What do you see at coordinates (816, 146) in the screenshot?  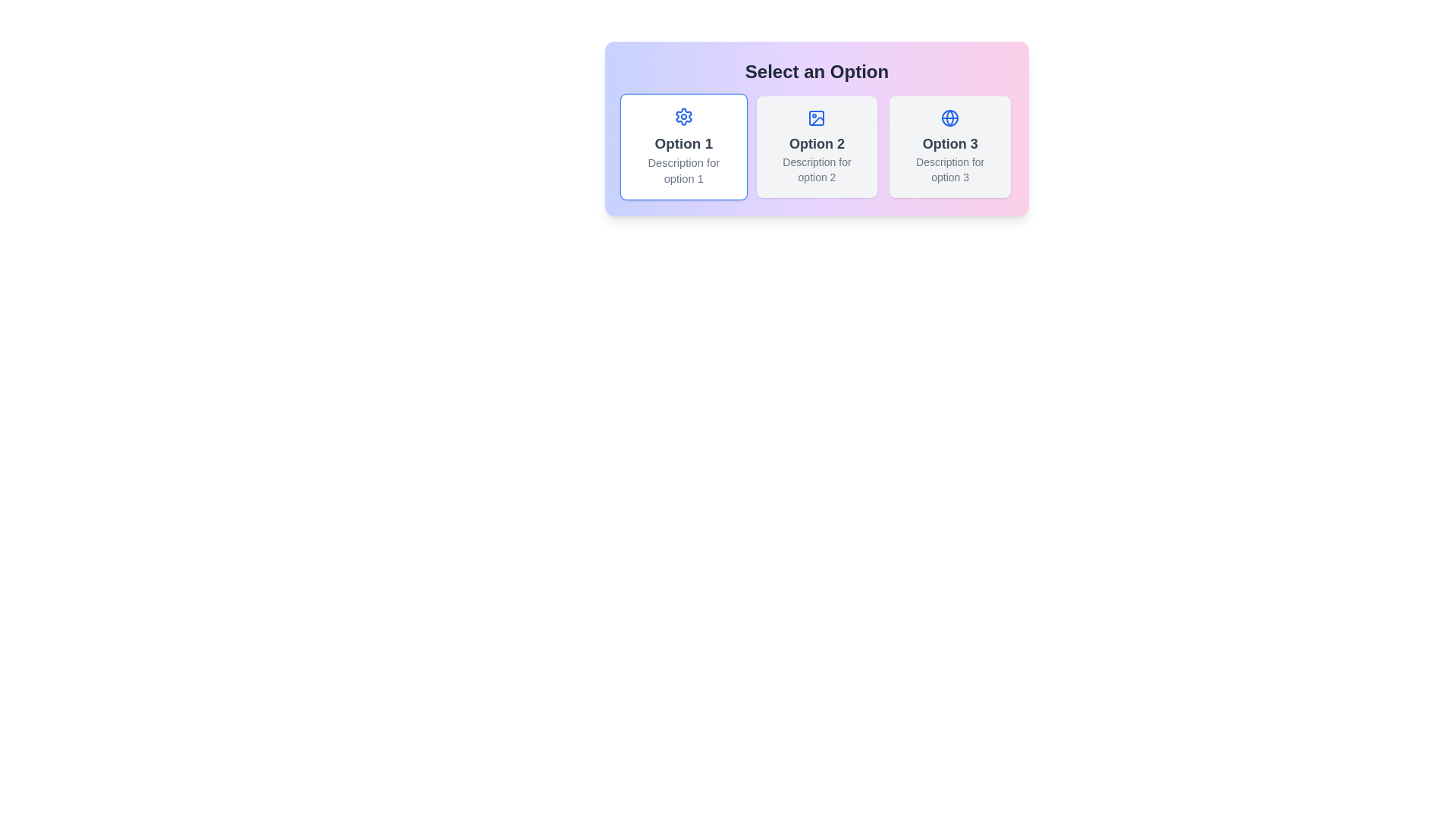 I see `the second interactive card in a horizontally-aligned layout` at bounding box center [816, 146].